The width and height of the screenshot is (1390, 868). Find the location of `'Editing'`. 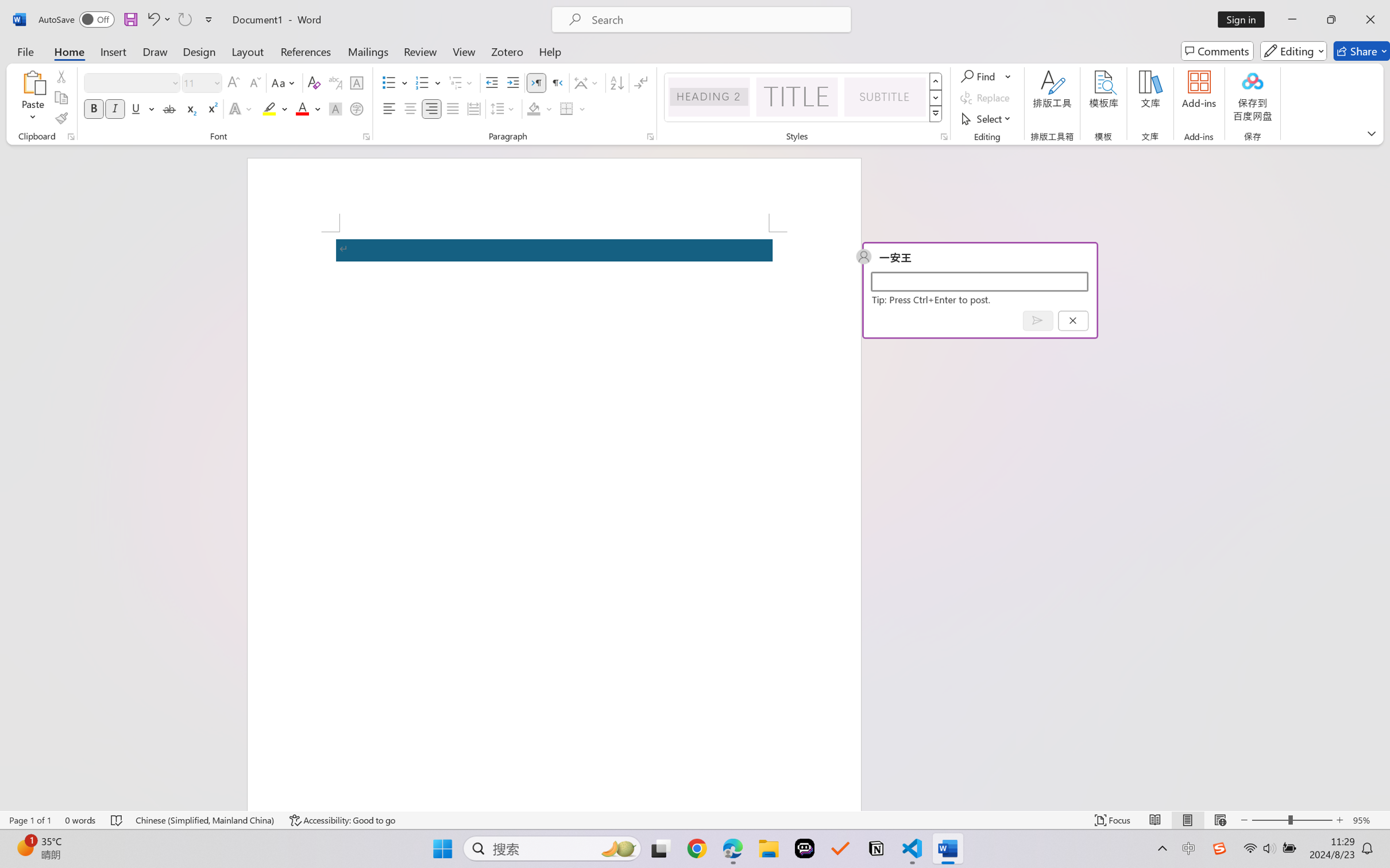

'Editing' is located at coordinates (1294, 51).